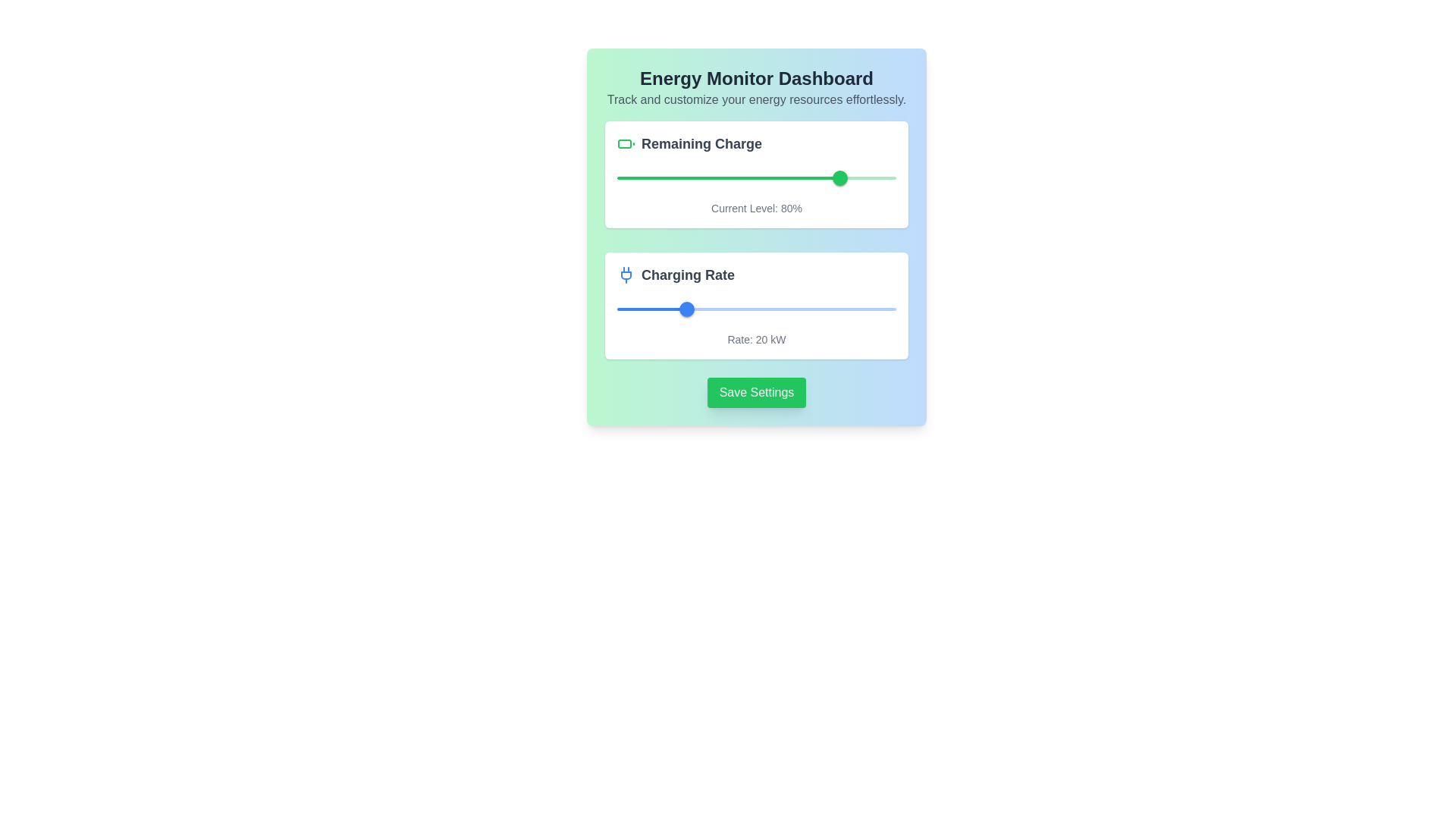 The image size is (1456, 819). Describe the element at coordinates (823, 309) in the screenshot. I see `the slider` at that location.